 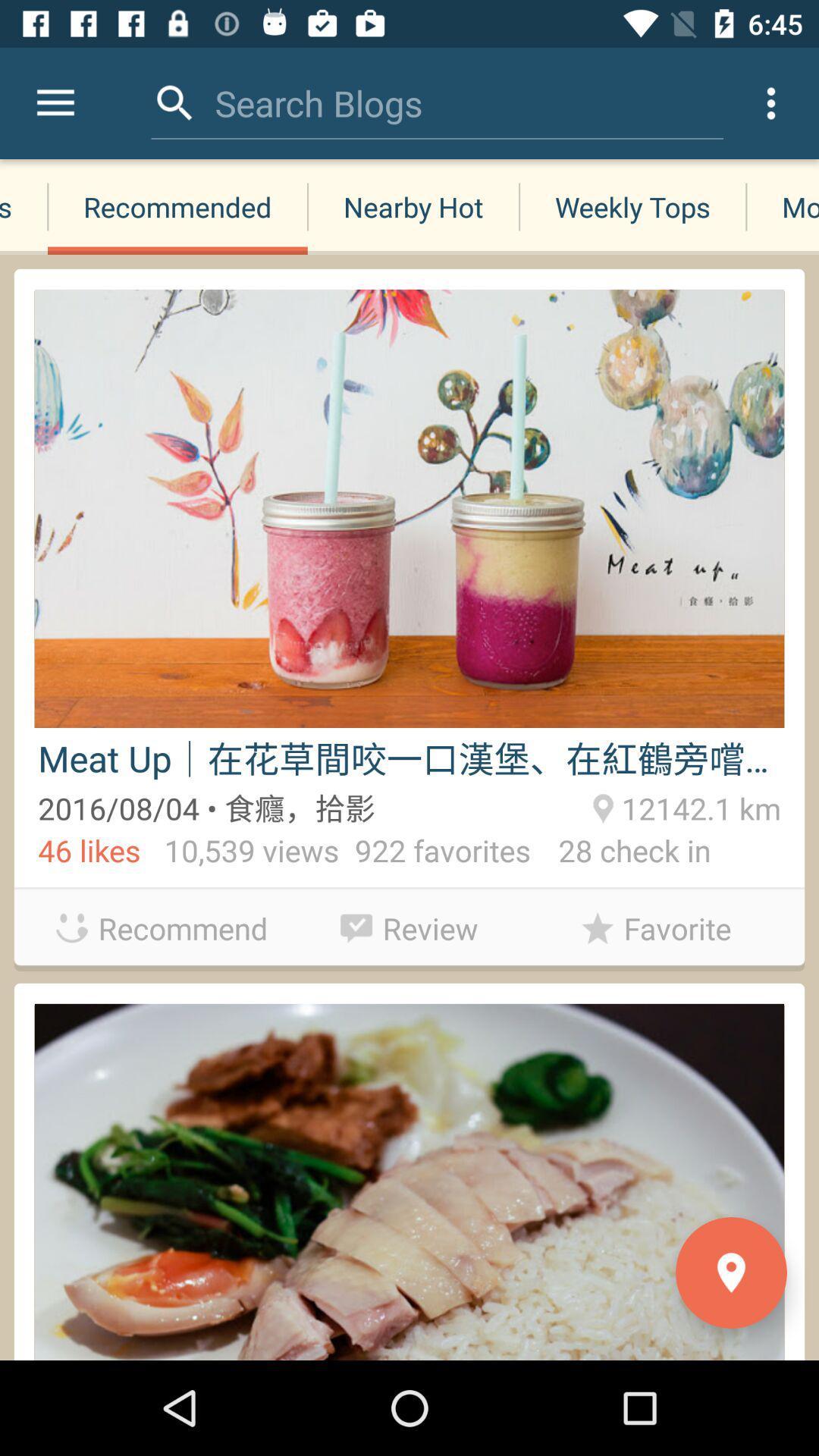 I want to click on icon next to the new blogs, so click(x=177, y=206).